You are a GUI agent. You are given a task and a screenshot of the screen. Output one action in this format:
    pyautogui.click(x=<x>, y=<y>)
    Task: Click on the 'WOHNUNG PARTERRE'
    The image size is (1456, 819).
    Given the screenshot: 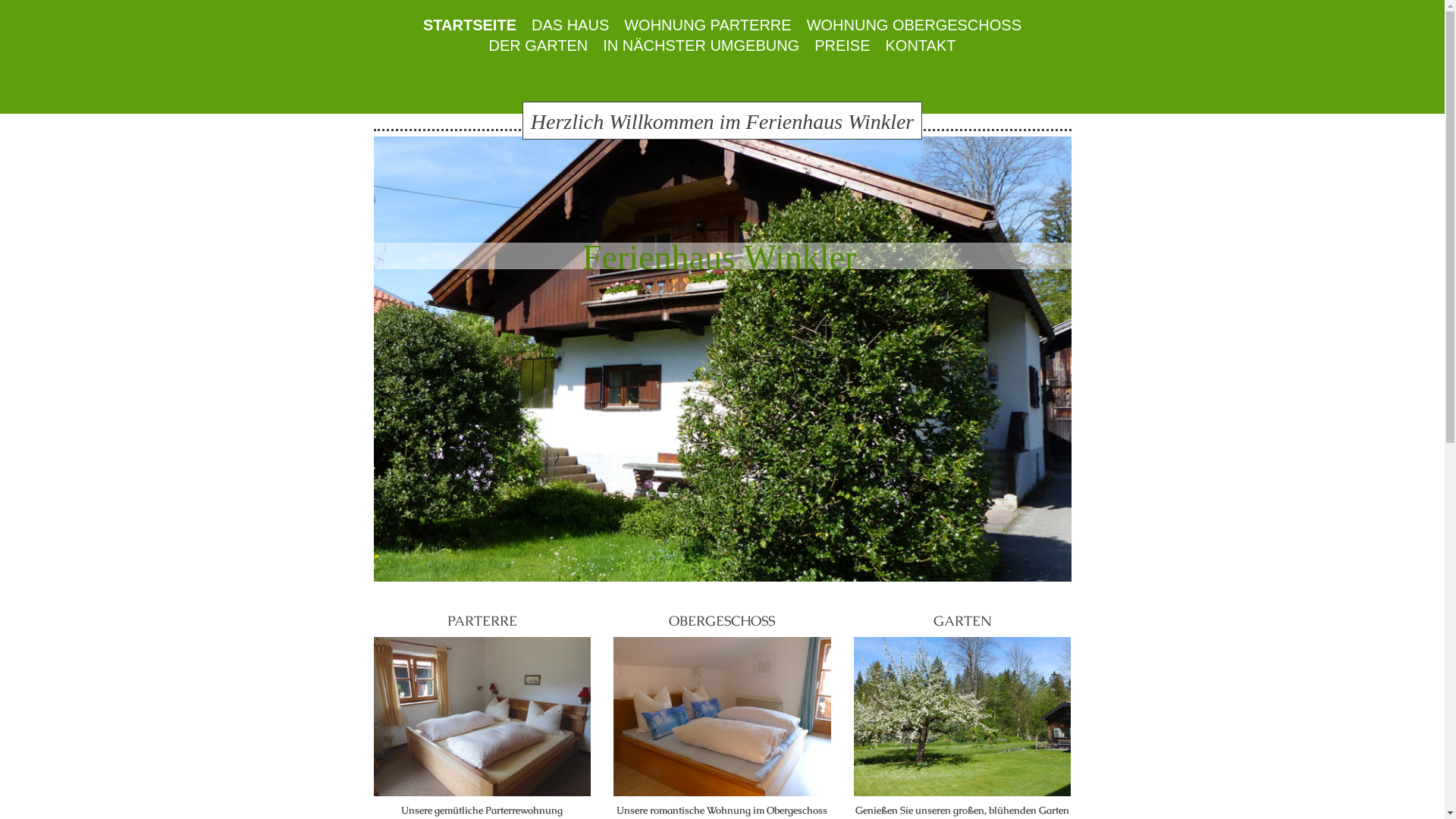 What is the action you would take?
    pyautogui.click(x=706, y=25)
    